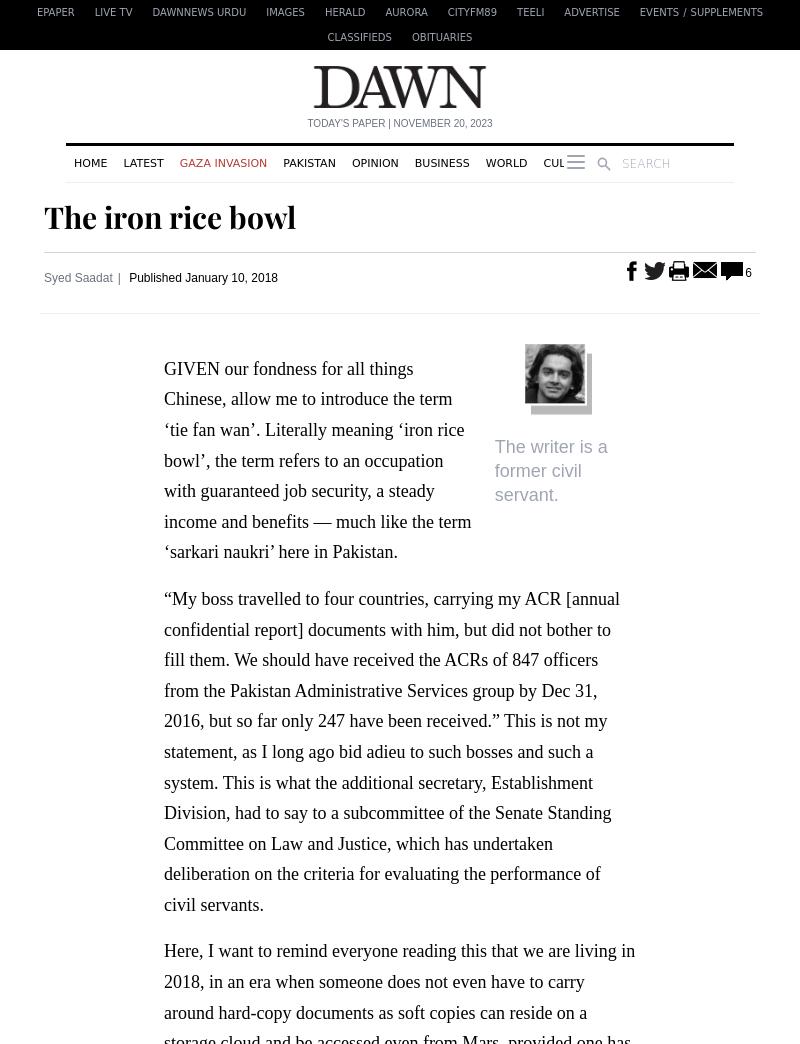  I want to click on 'Herald', so click(344, 11).